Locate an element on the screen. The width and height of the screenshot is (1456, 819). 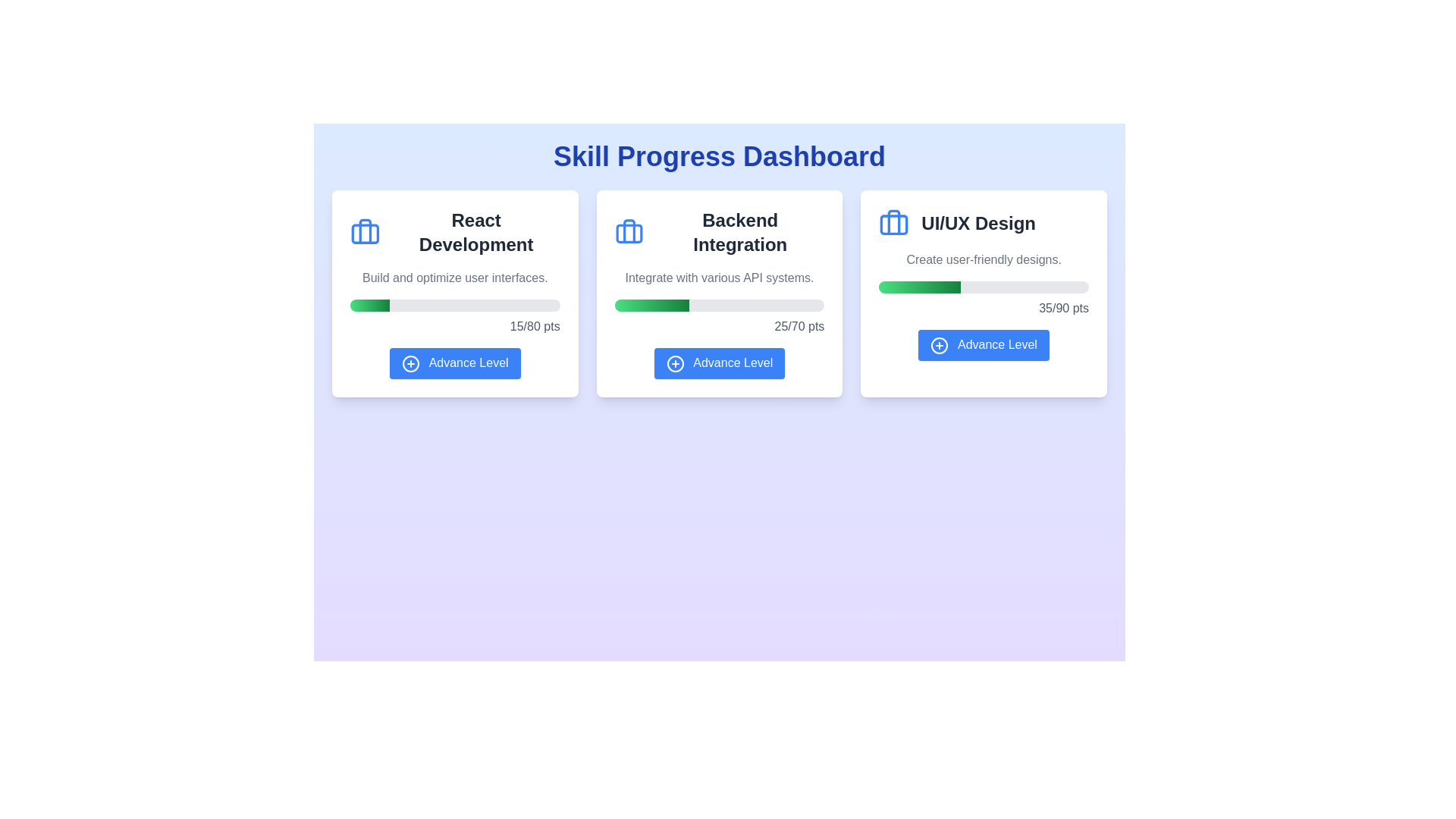
the Text header at the top of the interface that indicates the theme and content related to skill progress tracking is located at coordinates (719, 157).